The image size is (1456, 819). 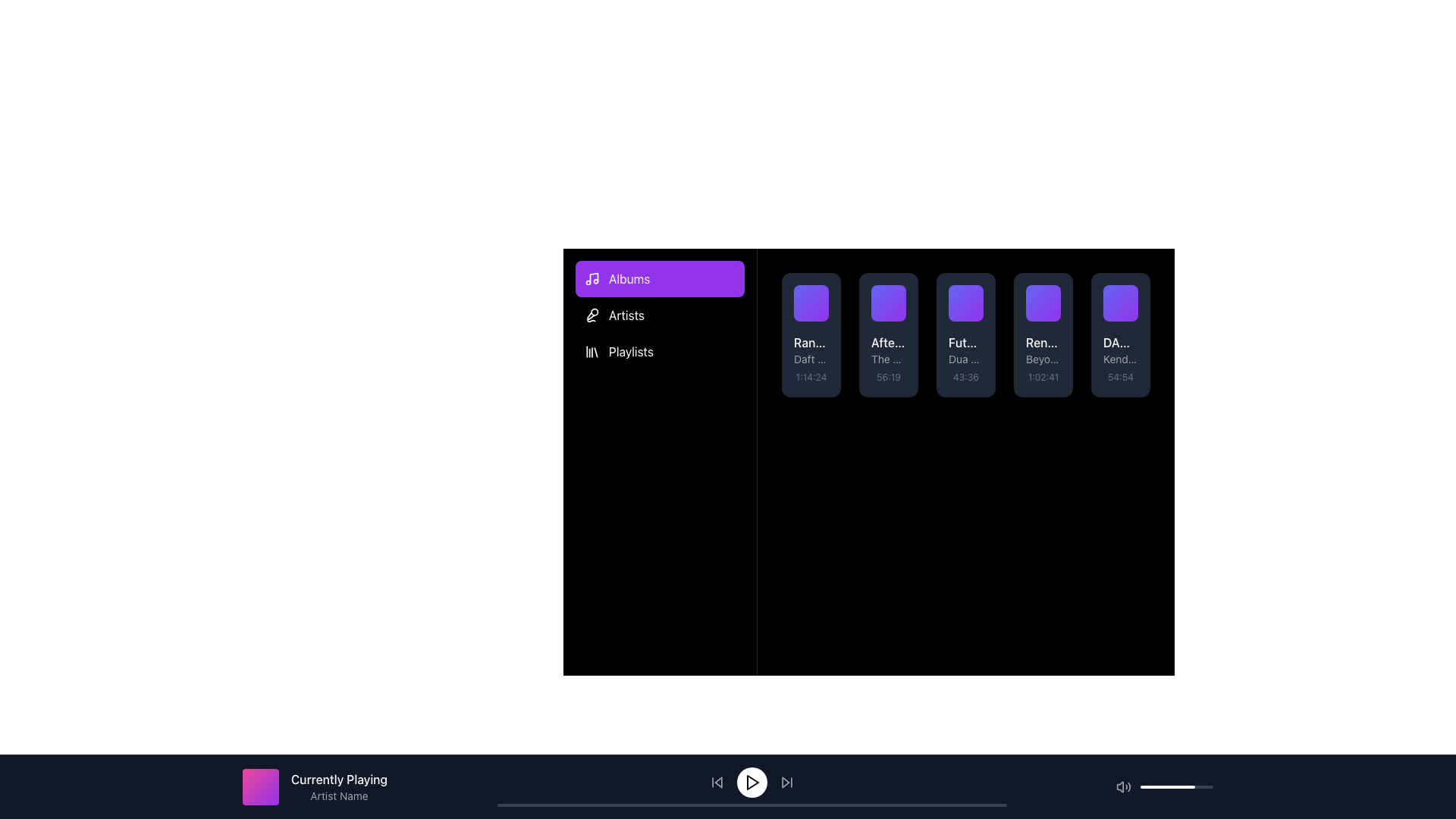 What do you see at coordinates (974, 294) in the screenshot?
I see `the heart-shaped like icon within the third album card titled 'Future Nostalgia' by Dua Lipa` at bounding box center [974, 294].